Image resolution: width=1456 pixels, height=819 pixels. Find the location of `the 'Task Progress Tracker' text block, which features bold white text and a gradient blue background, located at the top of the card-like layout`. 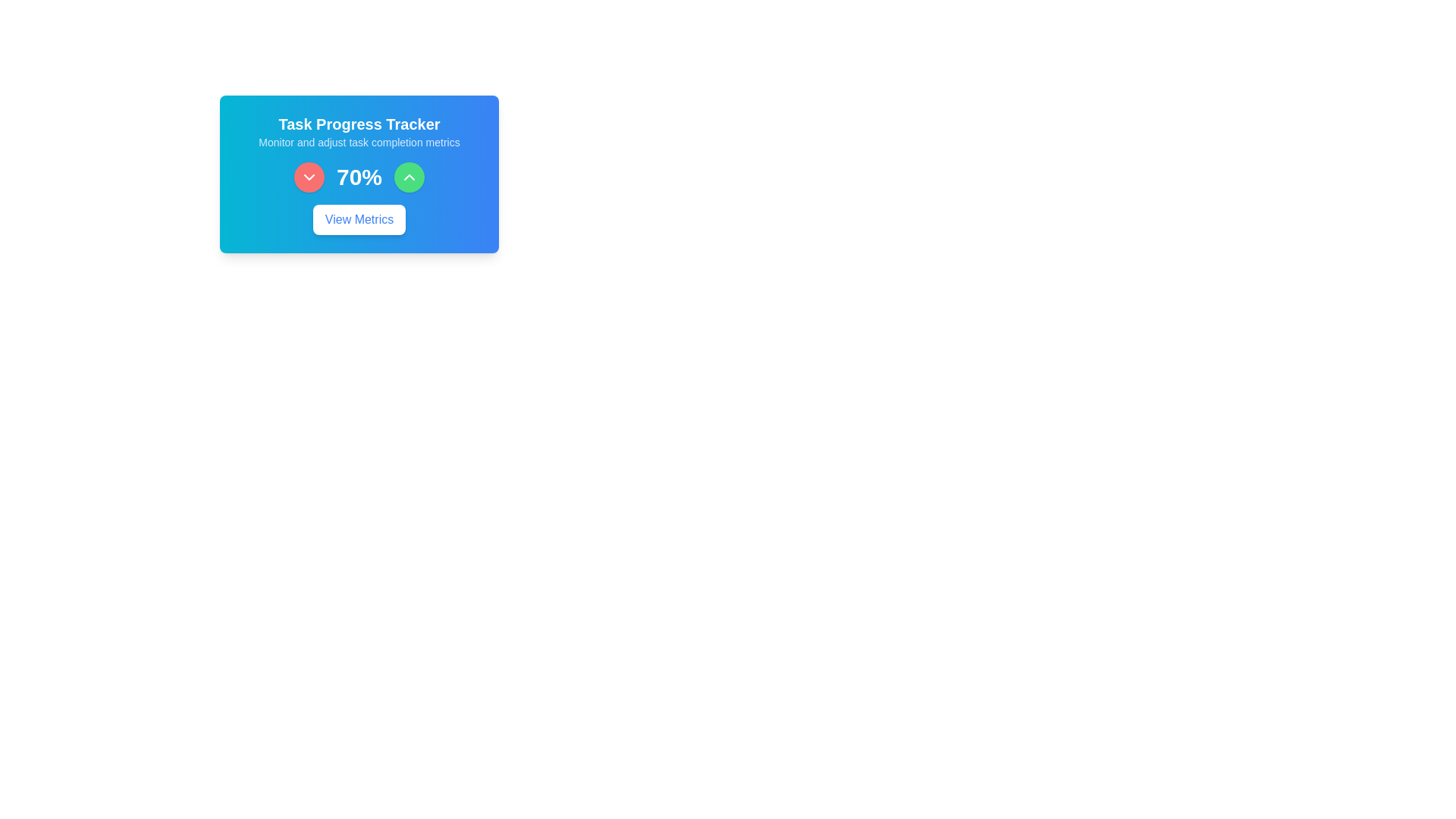

the 'Task Progress Tracker' text block, which features bold white text and a gradient blue background, located at the top of the card-like layout is located at coordinates (359, 130).